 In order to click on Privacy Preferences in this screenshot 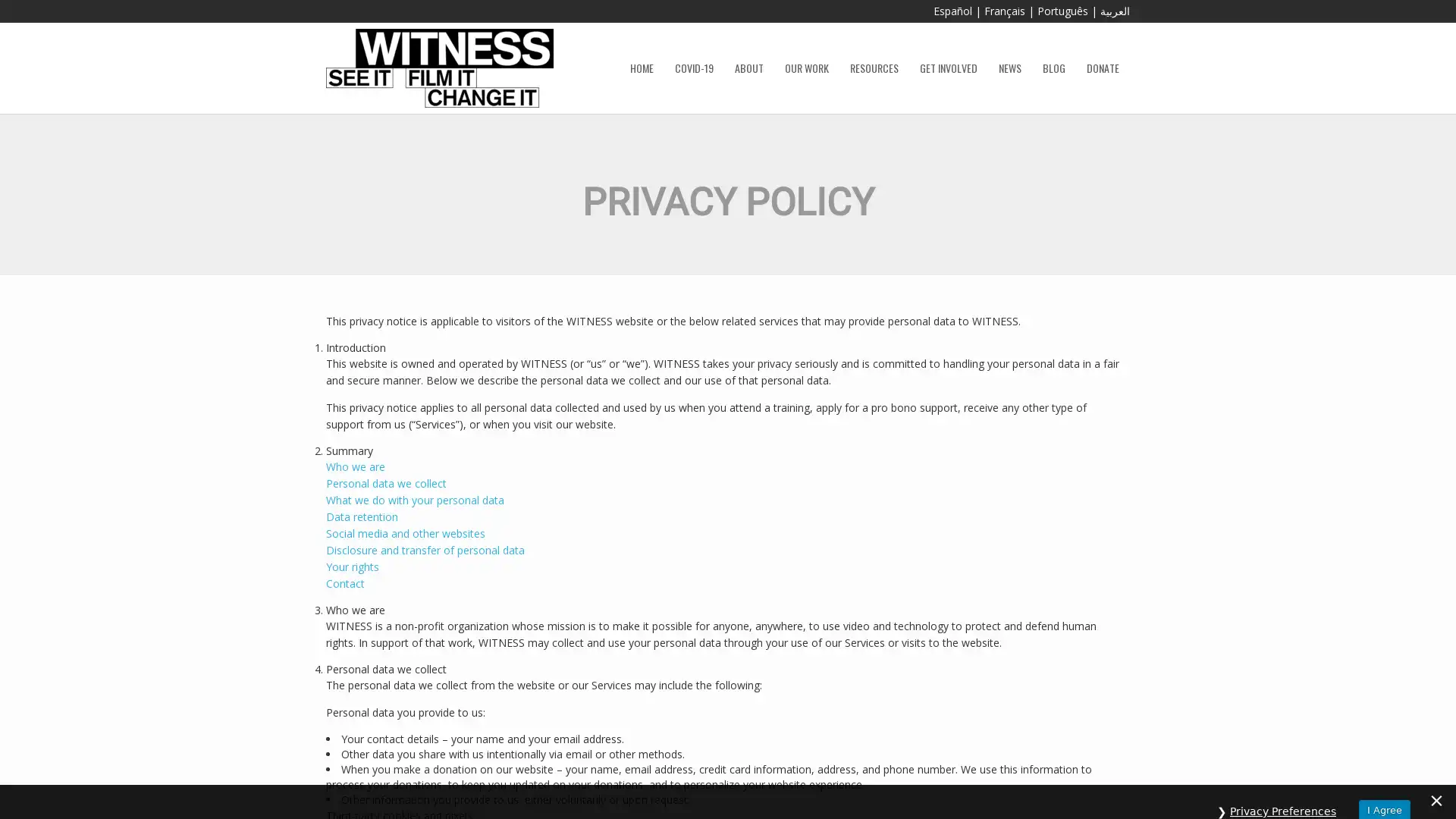, I will do `click(1282, 791)`.